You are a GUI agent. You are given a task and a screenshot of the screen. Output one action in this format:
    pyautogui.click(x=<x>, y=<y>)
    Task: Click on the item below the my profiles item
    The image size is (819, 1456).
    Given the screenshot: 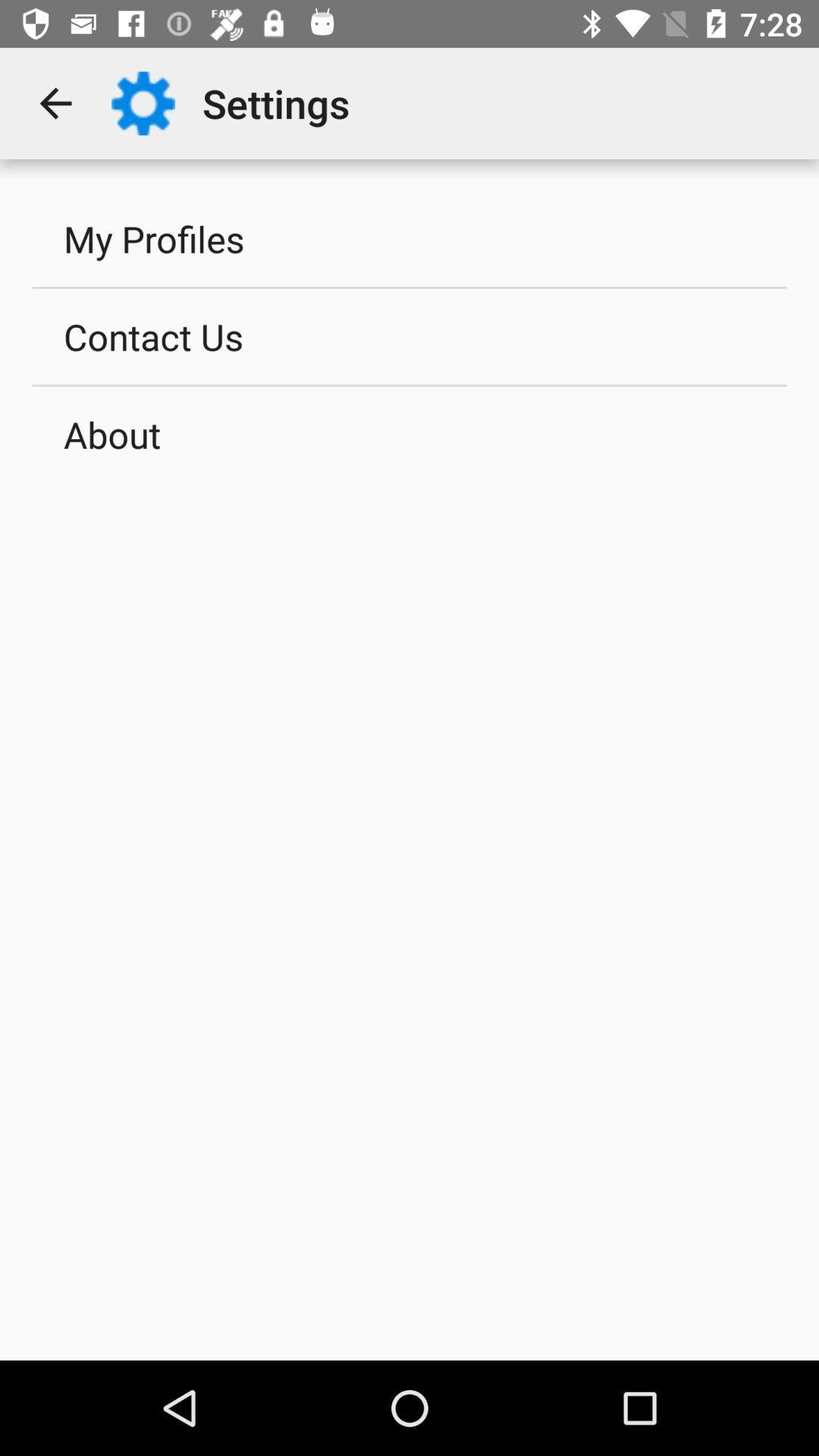 What is the action you would take?
    pyautogui.click(x=409, y=335)
    